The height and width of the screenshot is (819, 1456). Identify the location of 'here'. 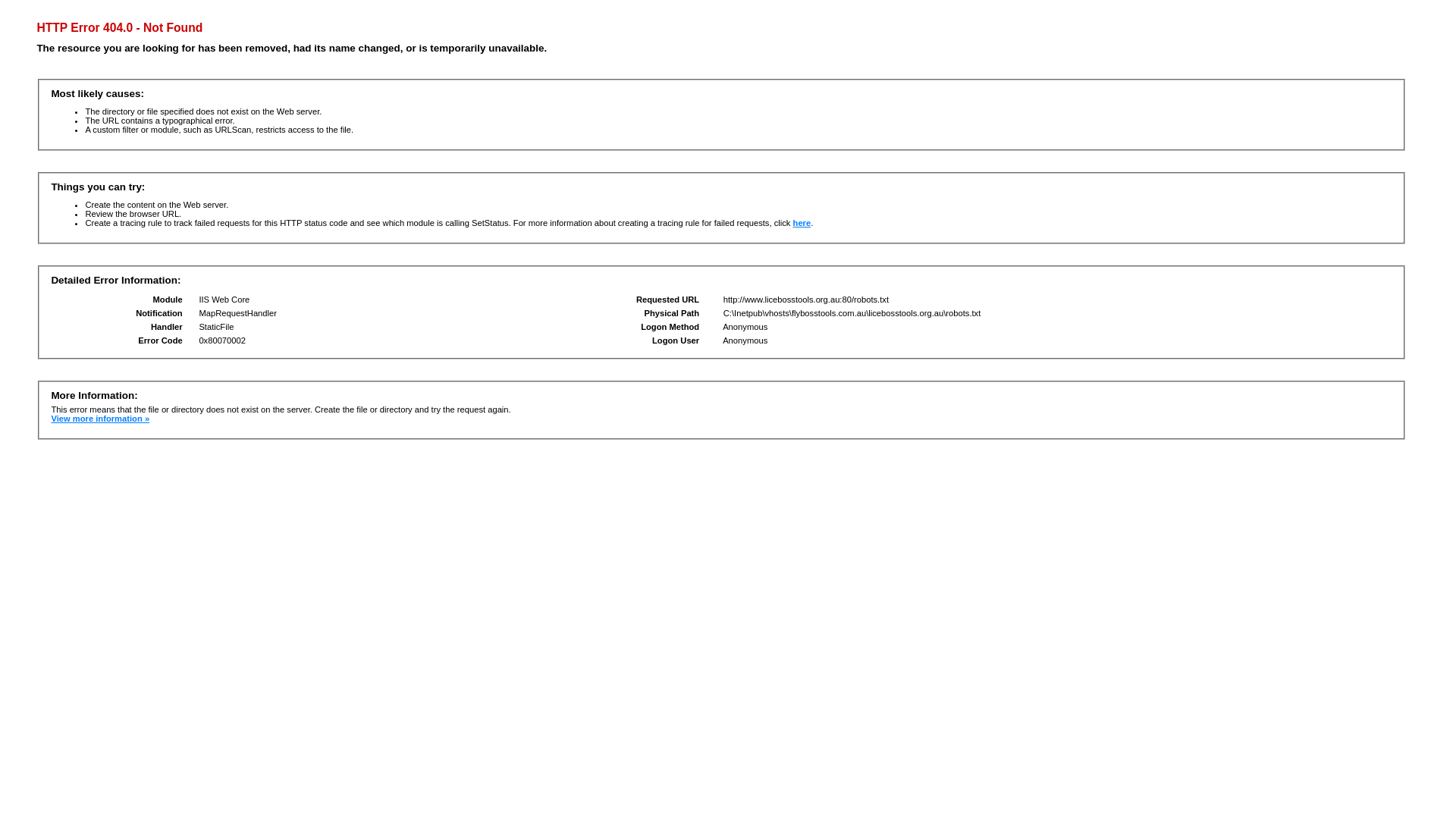
(792, 222).